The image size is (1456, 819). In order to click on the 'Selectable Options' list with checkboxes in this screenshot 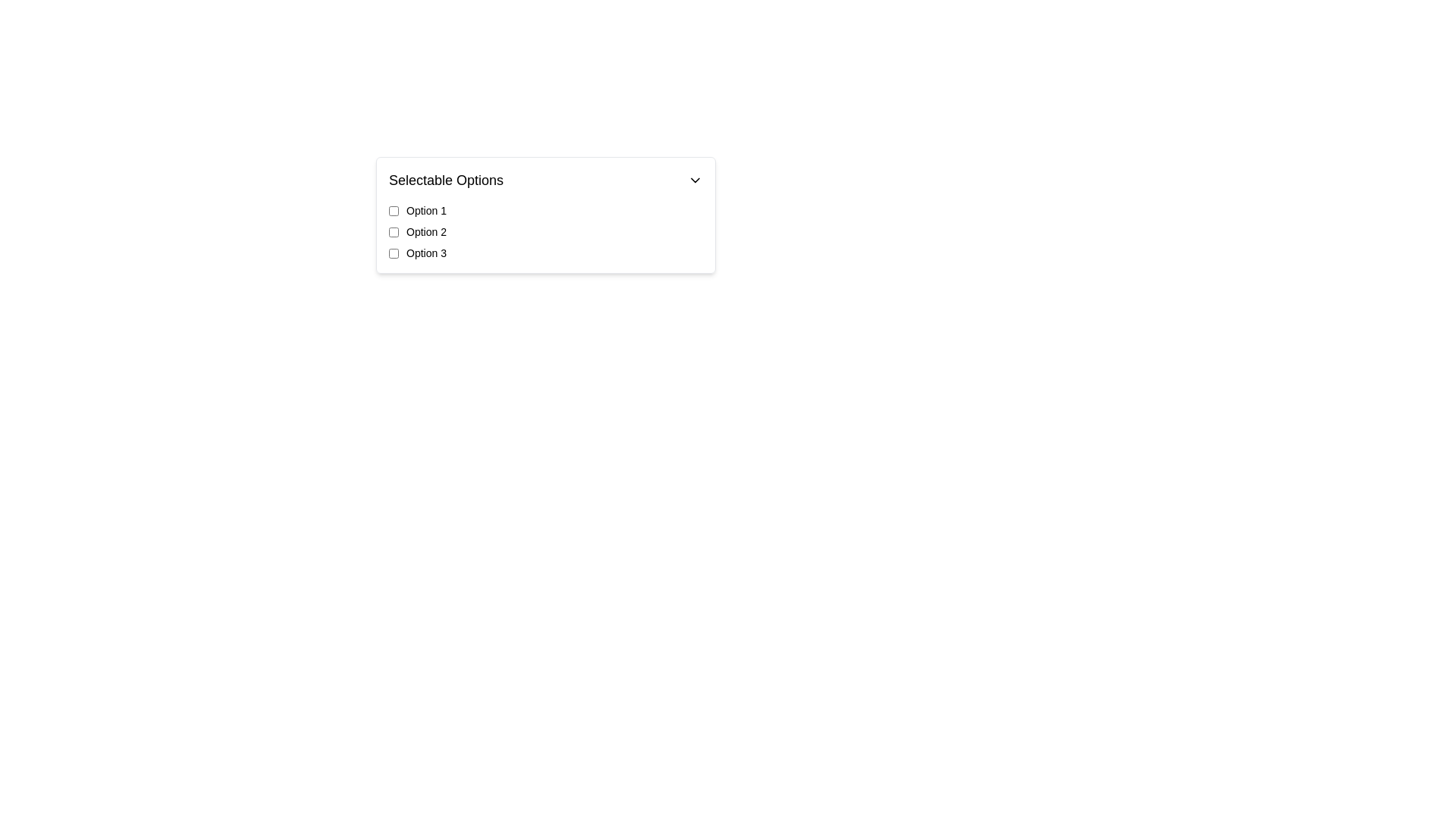, I will do `click(657, 275)`.